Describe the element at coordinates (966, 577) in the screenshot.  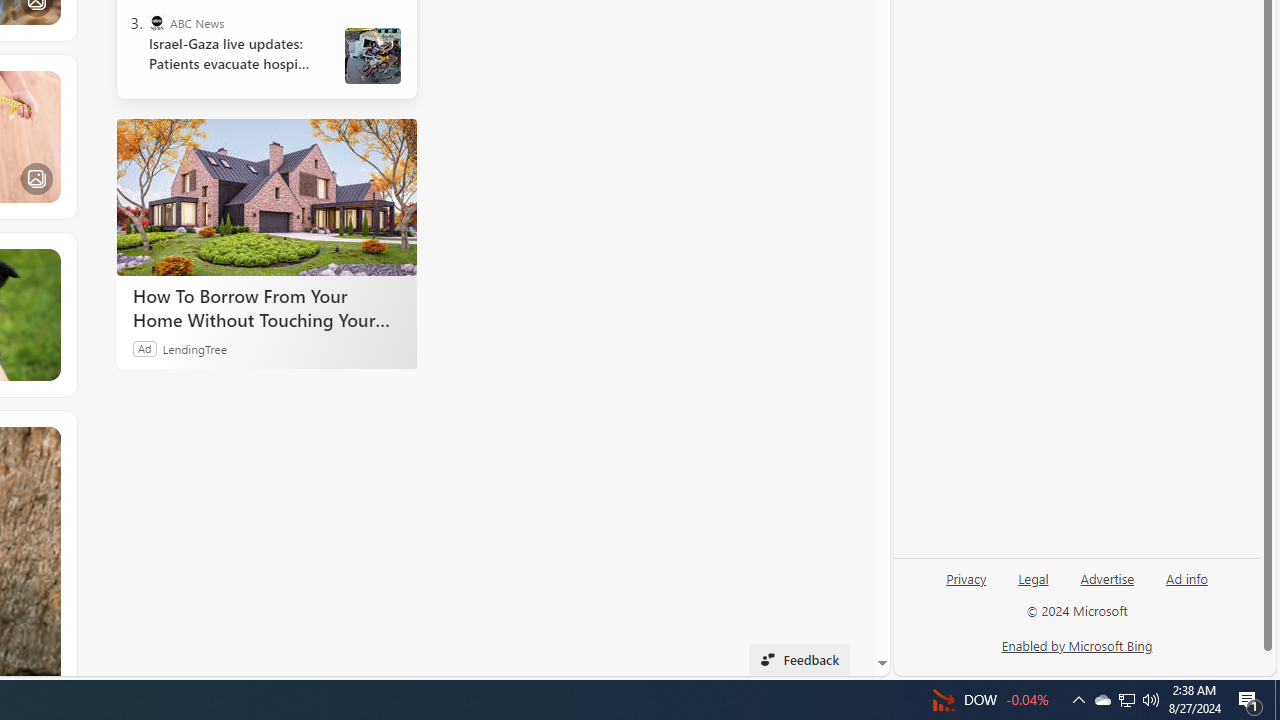
I see `'Privacy'` at that location.